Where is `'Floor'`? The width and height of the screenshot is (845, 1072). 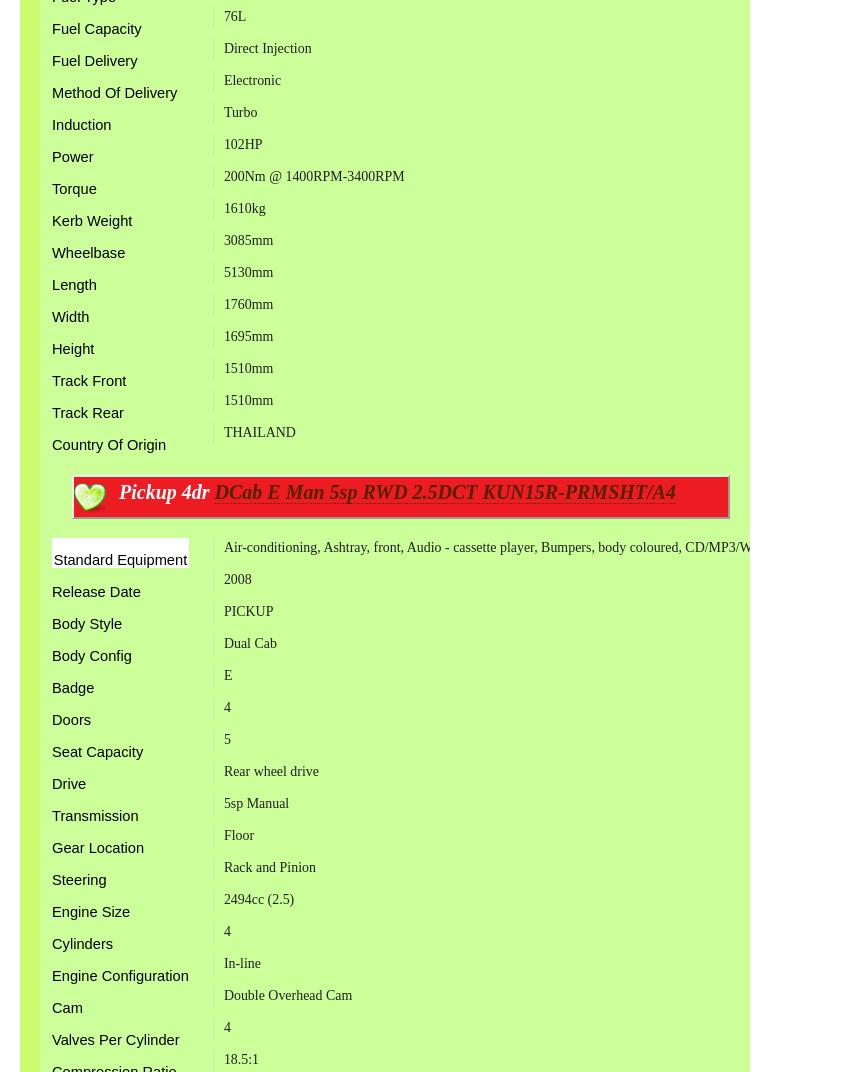
'Floor' is located at coordinates (237, 833).